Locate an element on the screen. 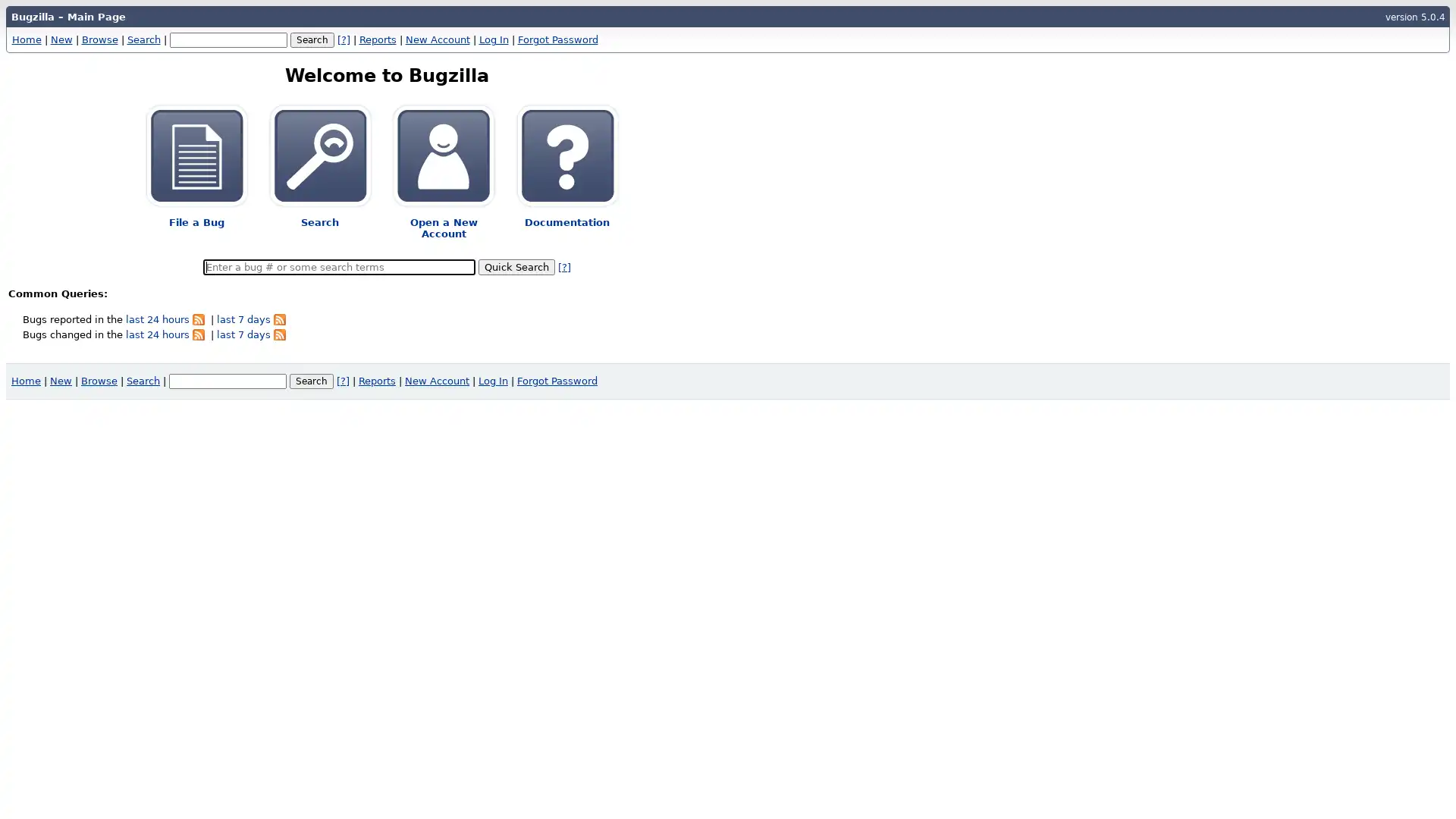 This screenshot has width=1456, height=819. Quick Search is located at coordinates (516, 265).